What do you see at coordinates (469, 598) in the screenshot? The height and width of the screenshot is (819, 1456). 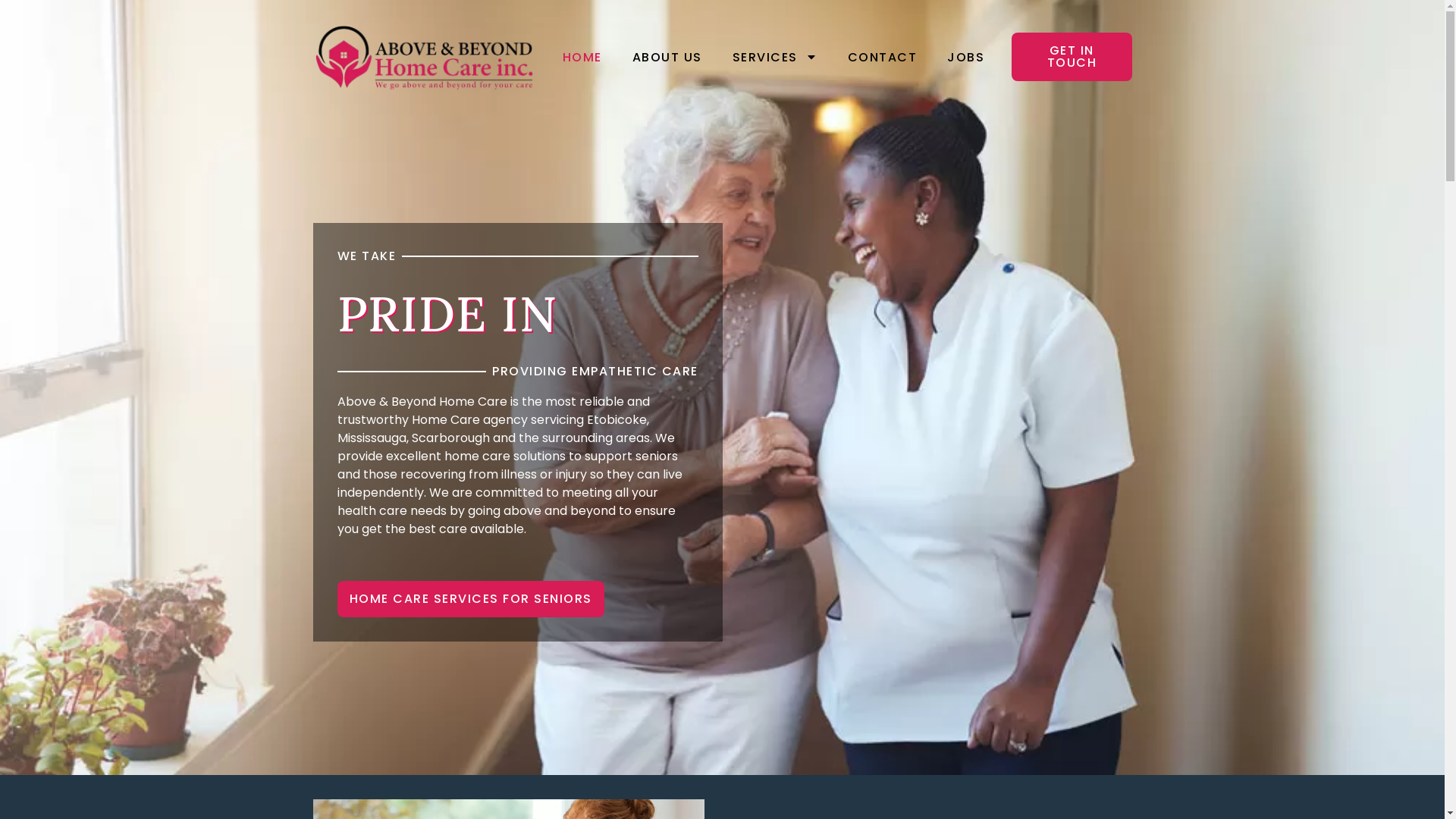 I see `'HOME CARE SERVICES FOR SENIORS'` at bounding box center [469, 598].